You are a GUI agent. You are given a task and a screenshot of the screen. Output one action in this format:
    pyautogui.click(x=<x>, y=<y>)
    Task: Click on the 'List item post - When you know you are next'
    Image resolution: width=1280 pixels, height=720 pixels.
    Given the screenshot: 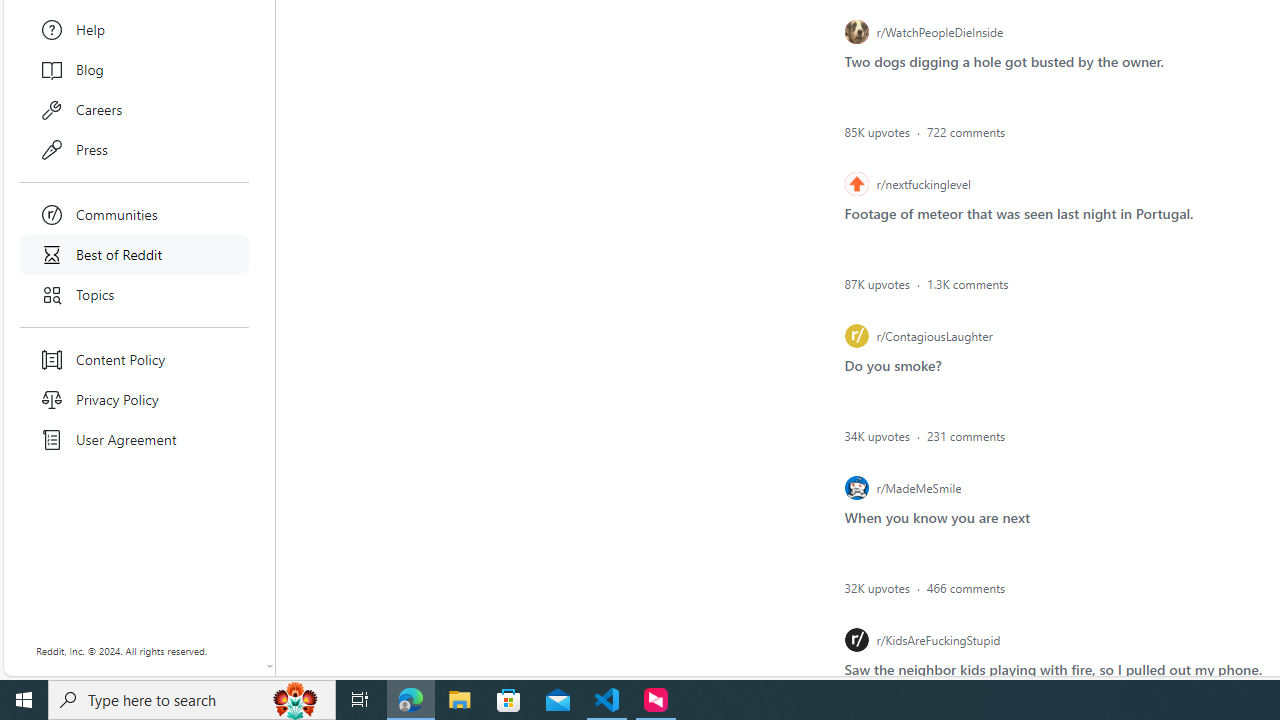 What is the action you would take?
    pyautogui.click(x=935, y=514)
    